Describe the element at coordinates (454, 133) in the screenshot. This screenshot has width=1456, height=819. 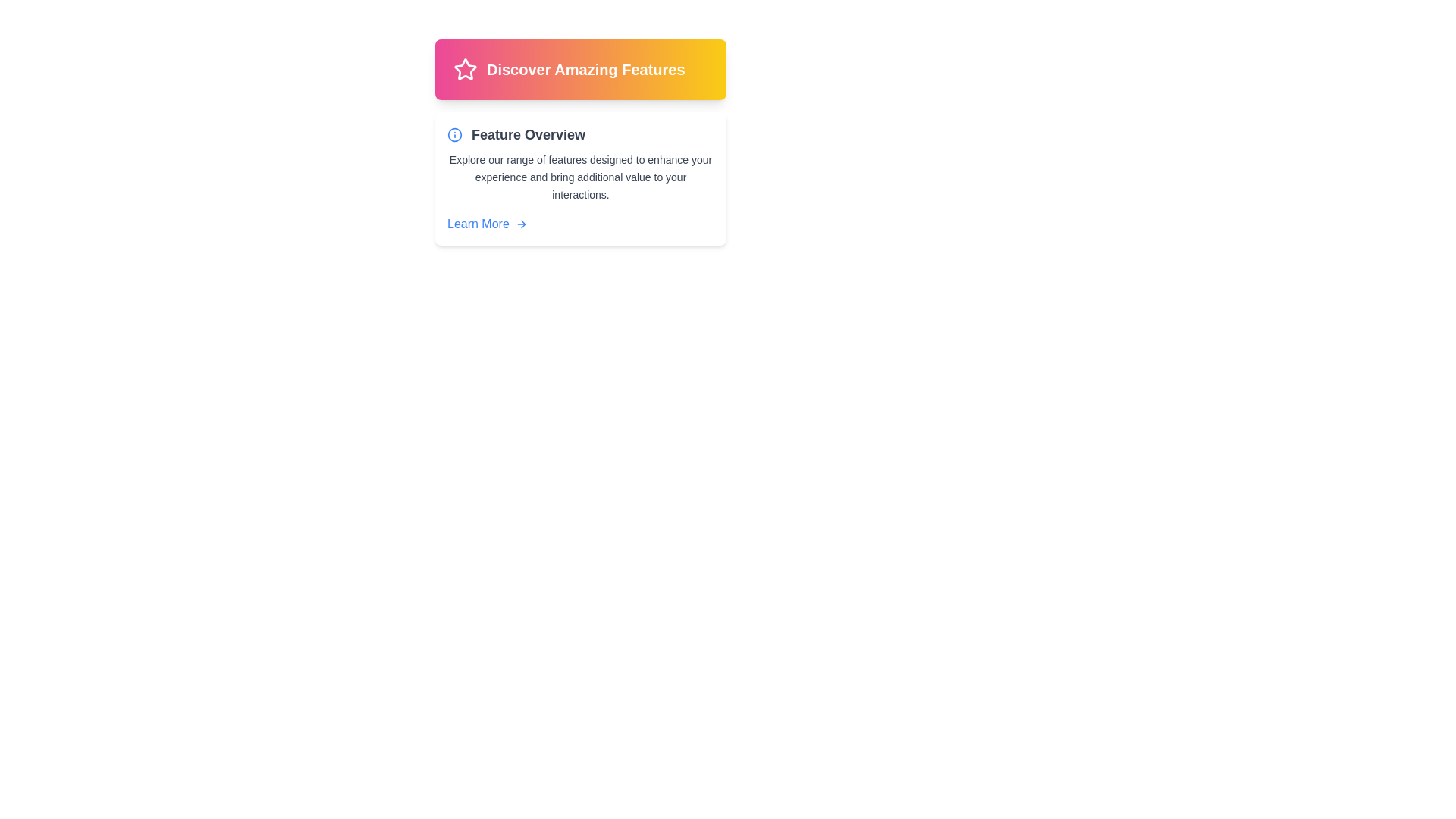
I see `the circular graphic element that is part of the icon to the left of the 'Feature Overview' title` at that location.